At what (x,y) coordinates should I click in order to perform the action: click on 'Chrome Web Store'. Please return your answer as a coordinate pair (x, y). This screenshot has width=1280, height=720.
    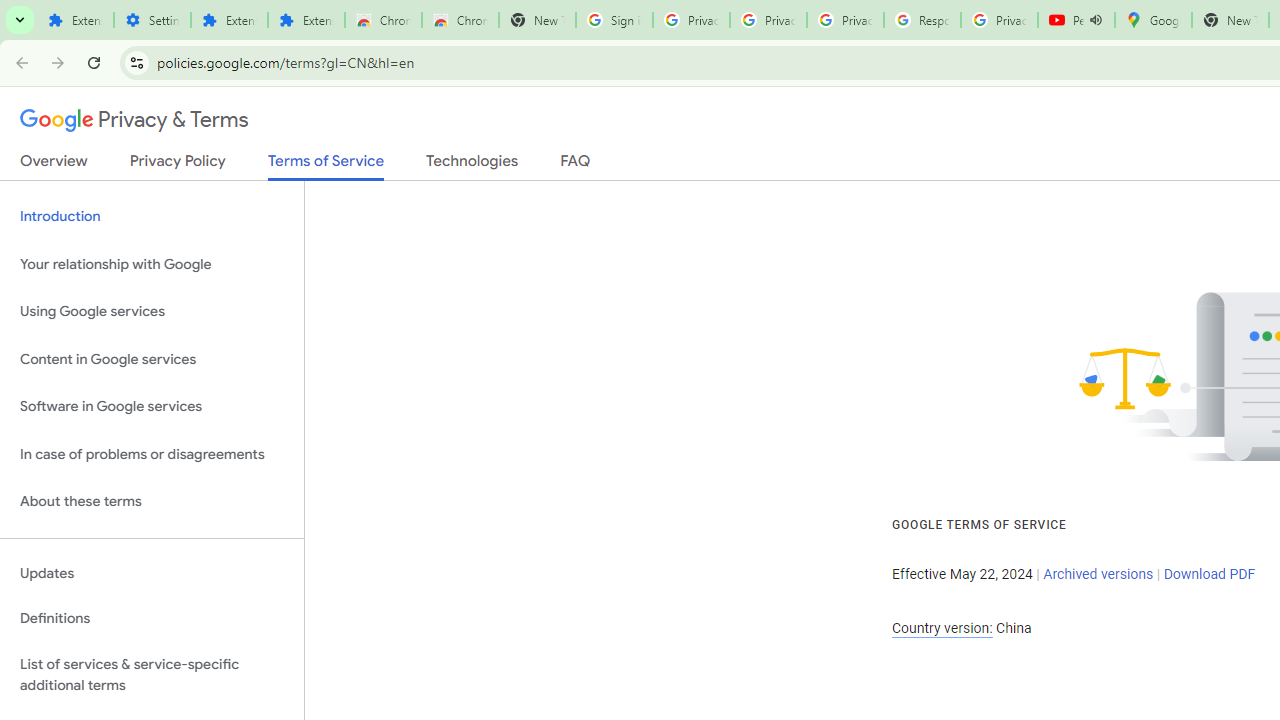
    Looking at the image, I should click on (383, 20).